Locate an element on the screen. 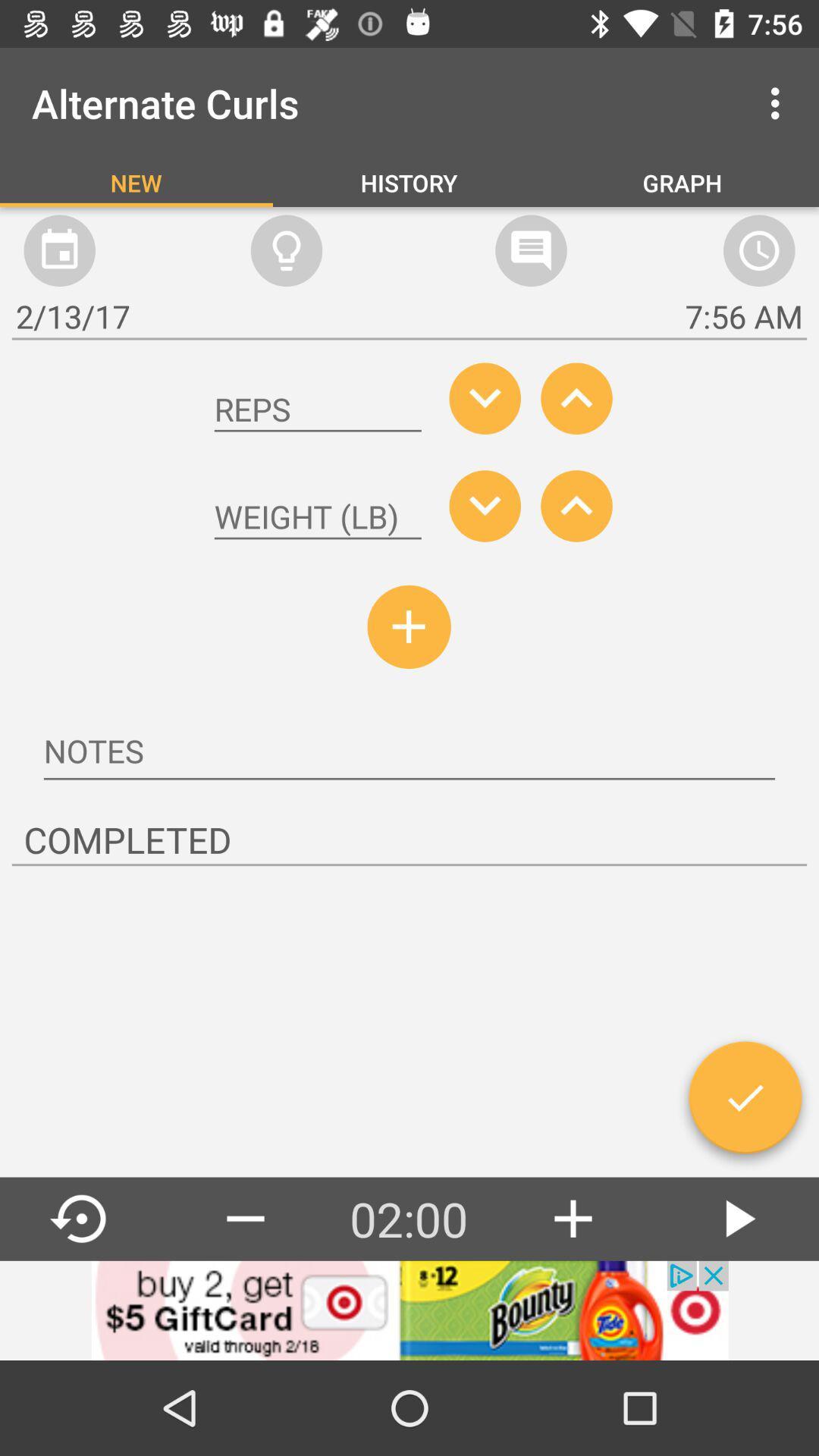 The image size is (819, 1456). banner advertisement is located at coordinates (409, 1310).